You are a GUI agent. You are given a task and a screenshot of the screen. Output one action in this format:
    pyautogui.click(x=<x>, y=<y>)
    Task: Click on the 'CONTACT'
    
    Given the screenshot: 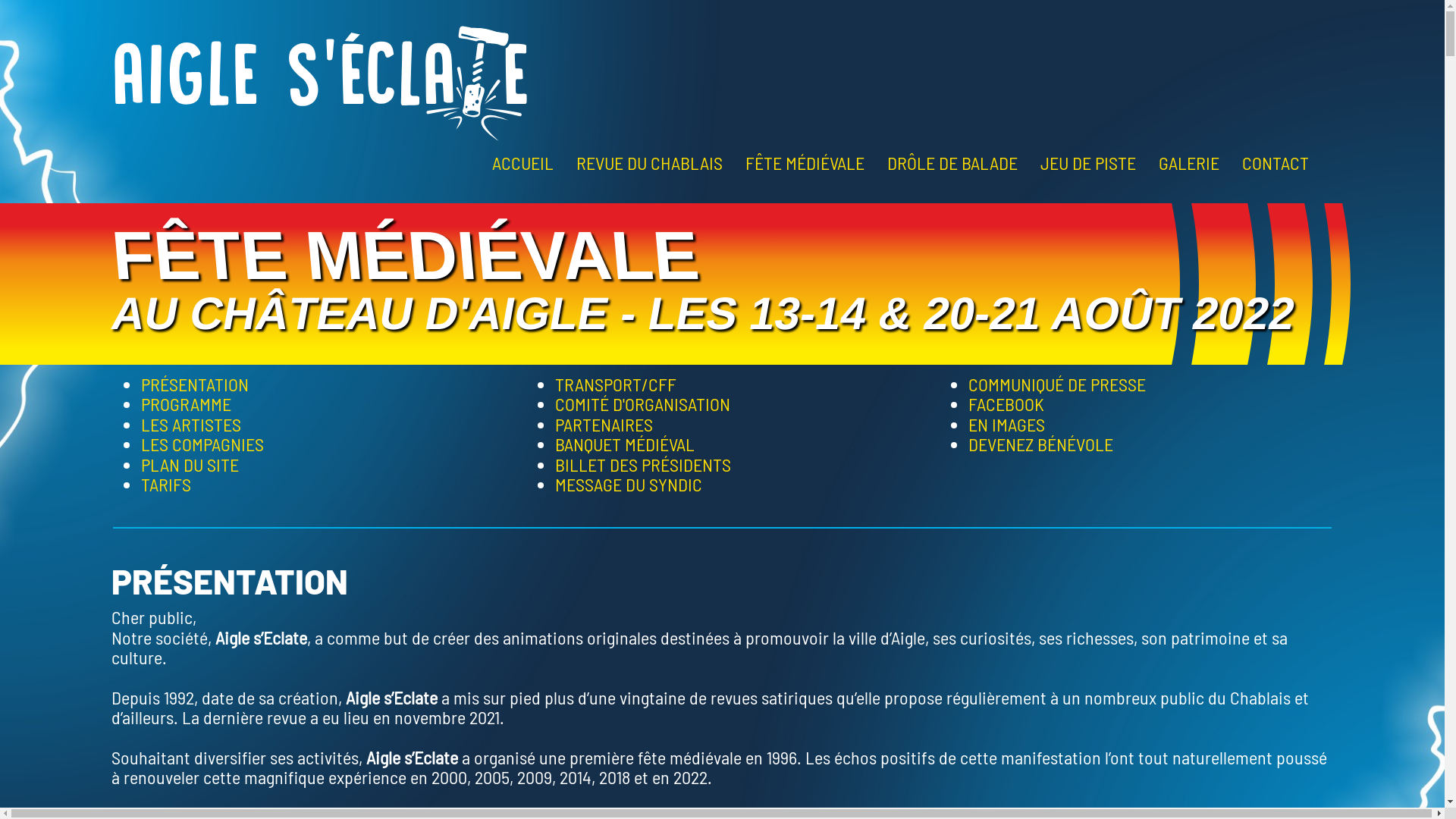 What is the action you would take?
    pyautogui.click(x=1274, y=162)
    